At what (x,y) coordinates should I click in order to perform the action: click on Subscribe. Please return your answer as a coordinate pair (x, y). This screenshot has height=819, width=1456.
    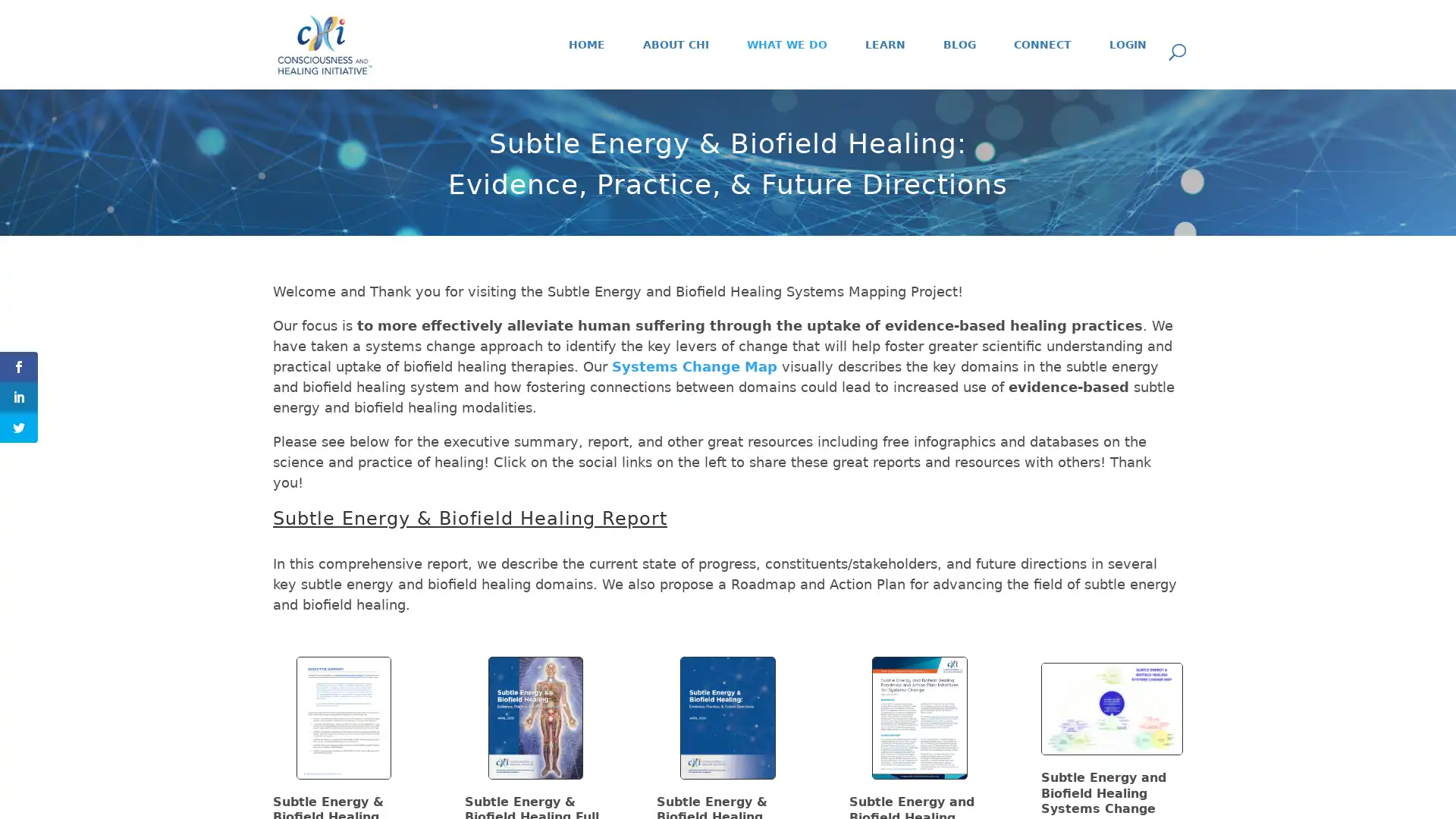
    Looking at the image, I should click on (1295, 789).